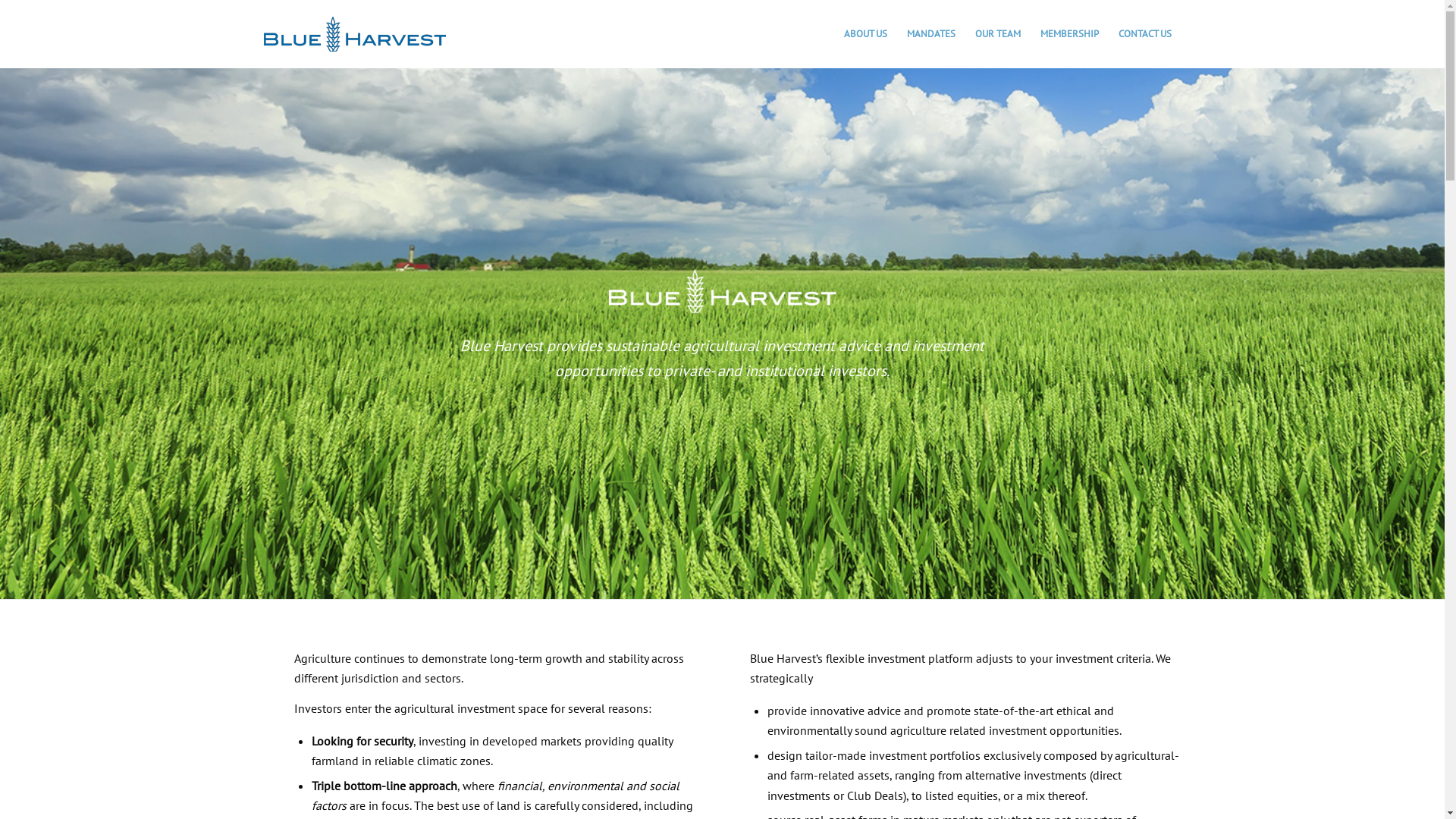  What do you see at coordinates (1068, 34) in the screenshot?
I see `'MEMBERSHIP'` at bounding box center [1068, 34].